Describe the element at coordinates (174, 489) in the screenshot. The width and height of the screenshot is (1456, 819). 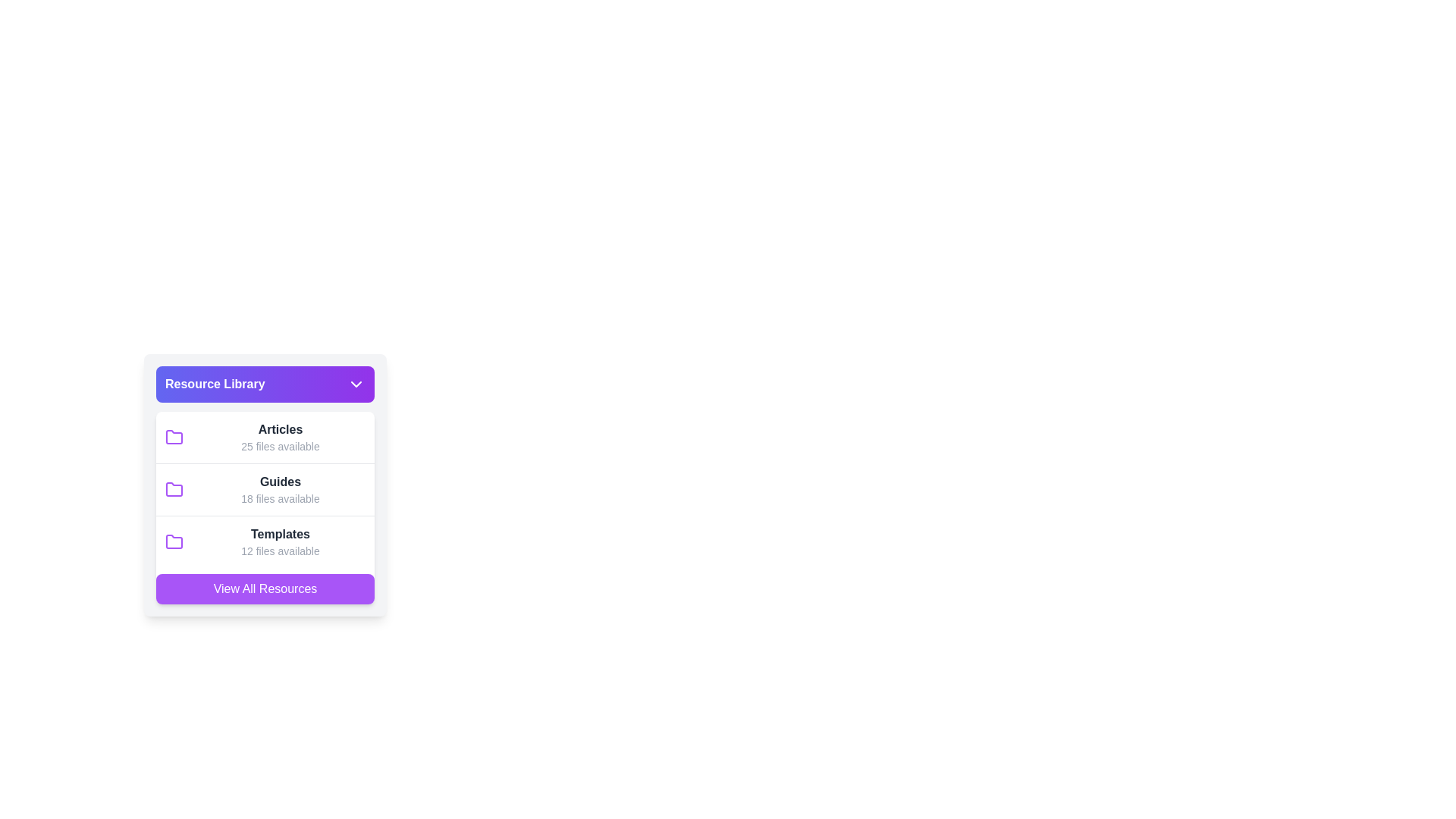
I see `the second folder icon labeled 'Guides' in the 'Resource Library' dropdown menu, which is a purple folder icon positioned between 'Articles' and 'Templates'` at that location.